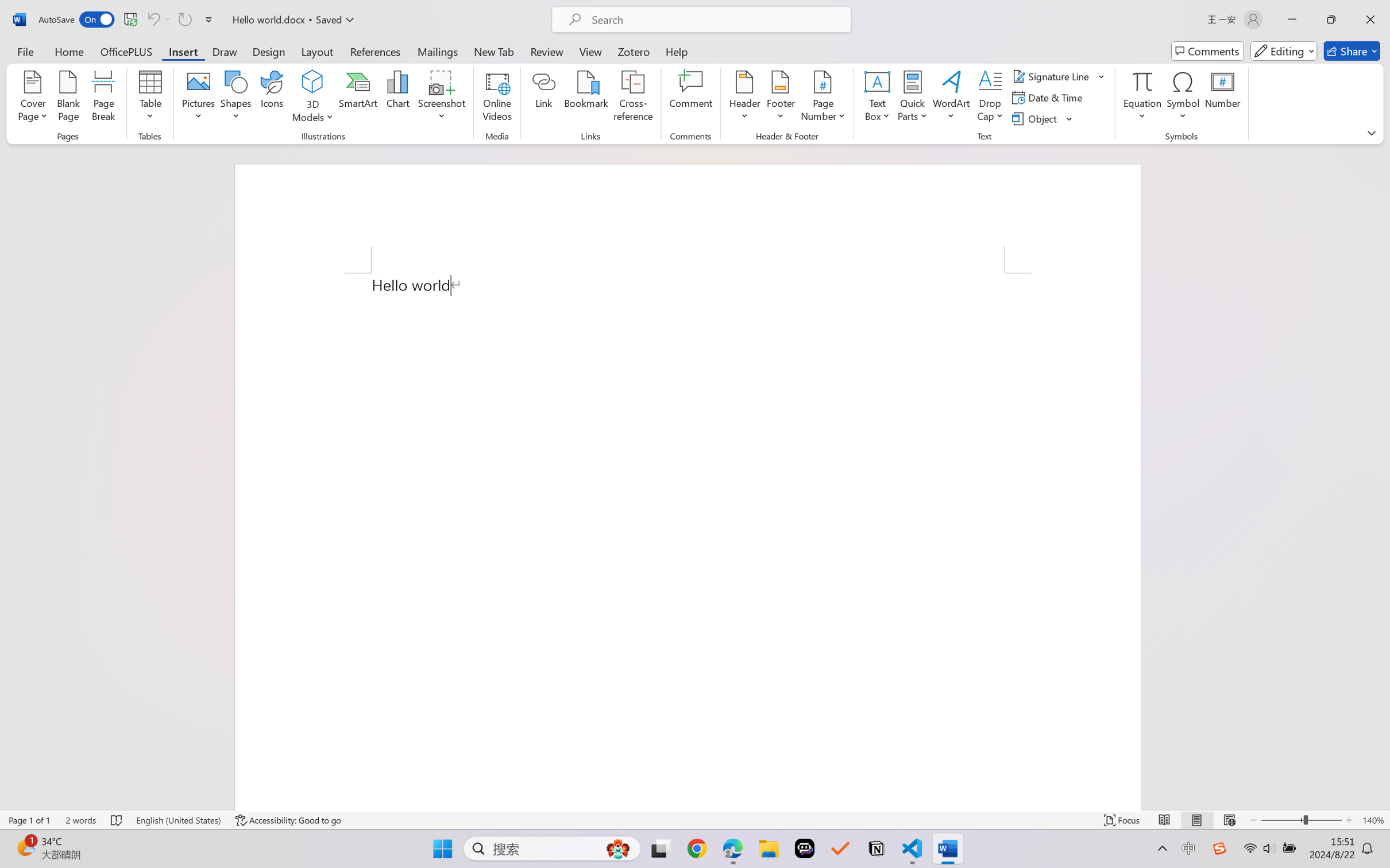  I want to click on 'More Options', so click(1142, 112).